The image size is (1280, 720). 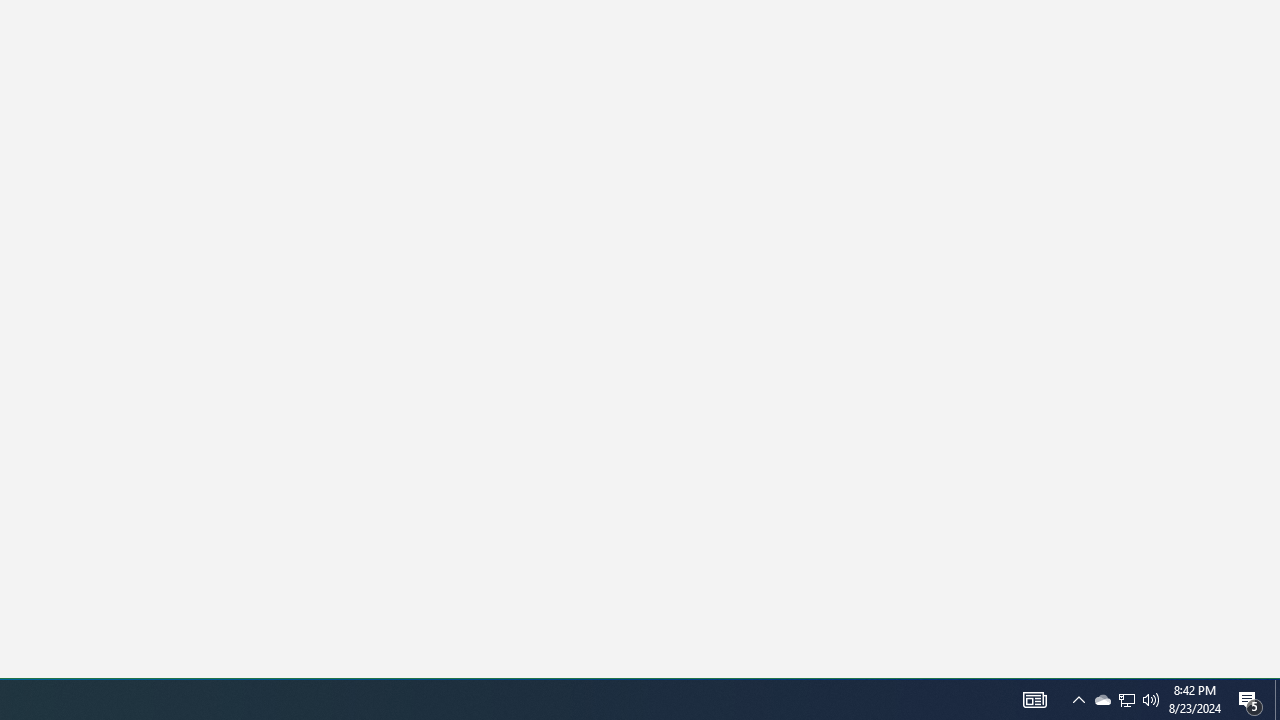 I want to click on 'User Promoted Notification Area', so click(x=1127, y=698).